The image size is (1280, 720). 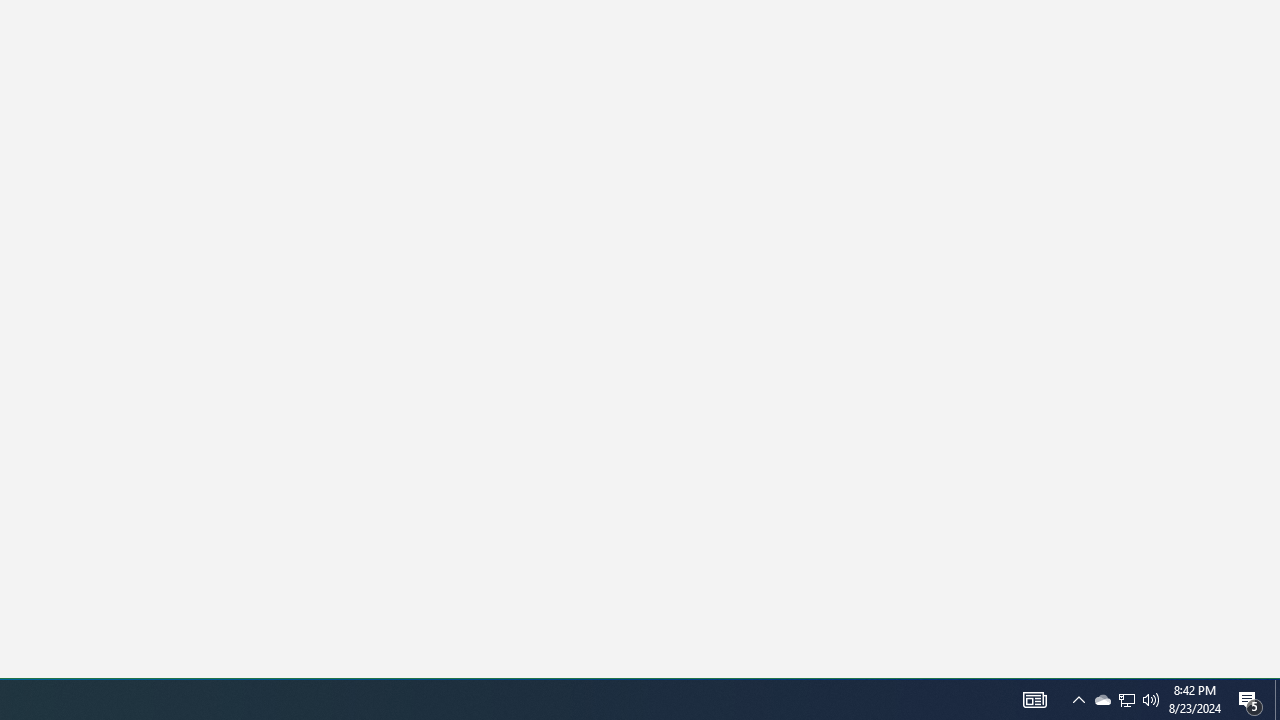 I want to click on 'User Promoted Notification Area', so click(x=1127, y=698).